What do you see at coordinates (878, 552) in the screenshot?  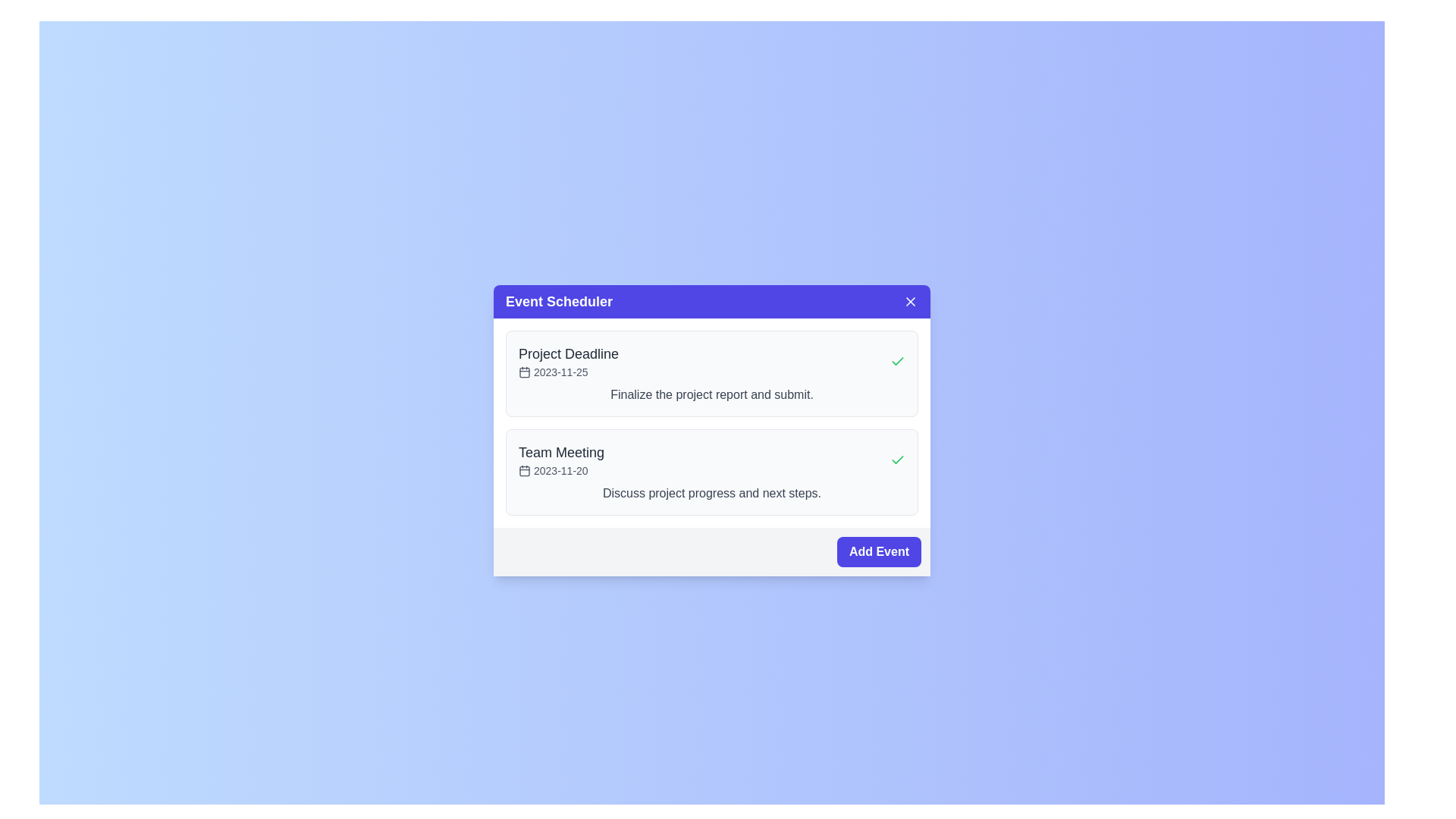 I see `the 'Add Event' button to trigger the corresponding action` at bounding box center [878, 552].